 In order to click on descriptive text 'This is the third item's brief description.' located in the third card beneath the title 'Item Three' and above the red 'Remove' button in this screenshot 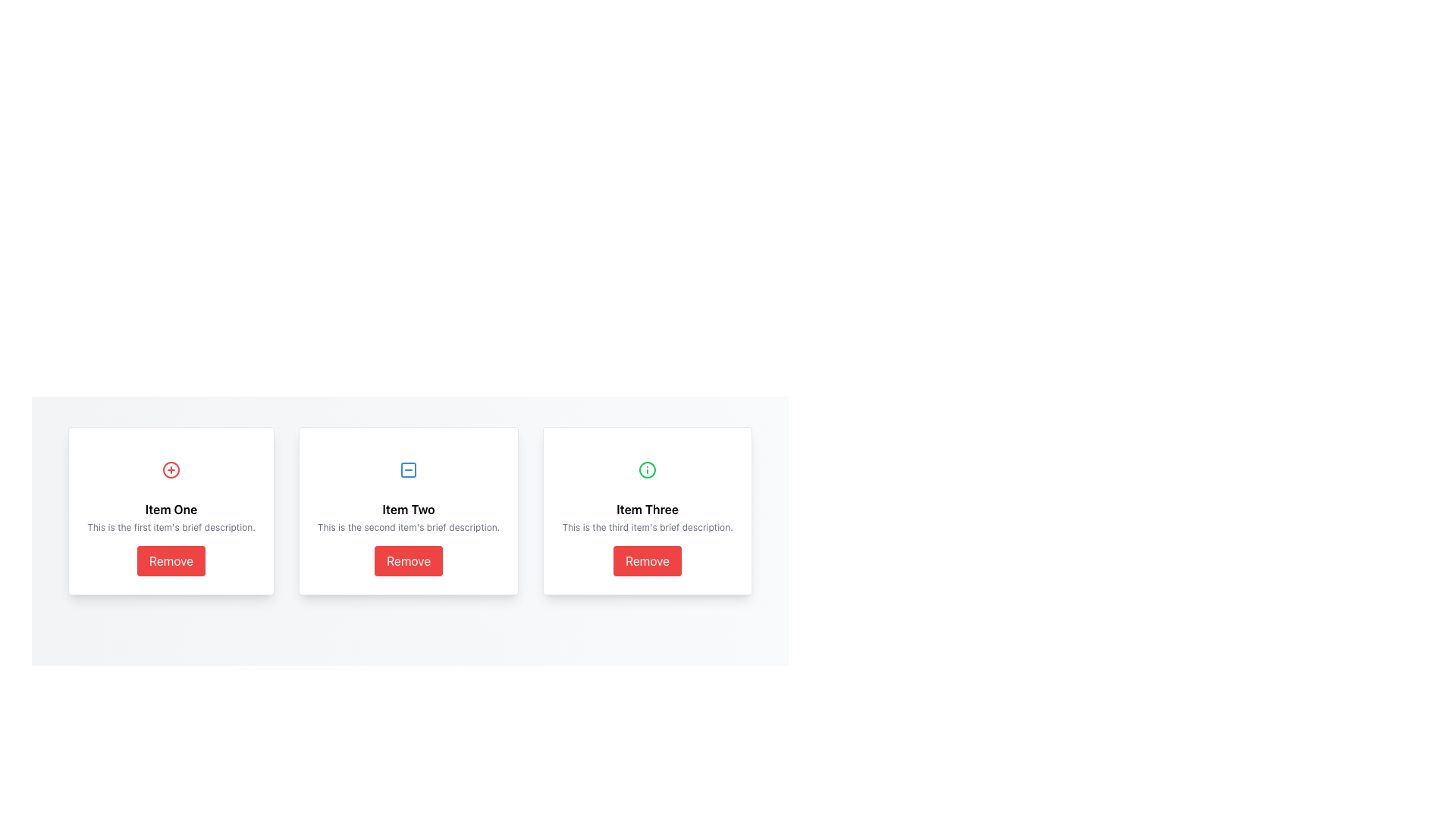, I will do `click(648, 526)`.